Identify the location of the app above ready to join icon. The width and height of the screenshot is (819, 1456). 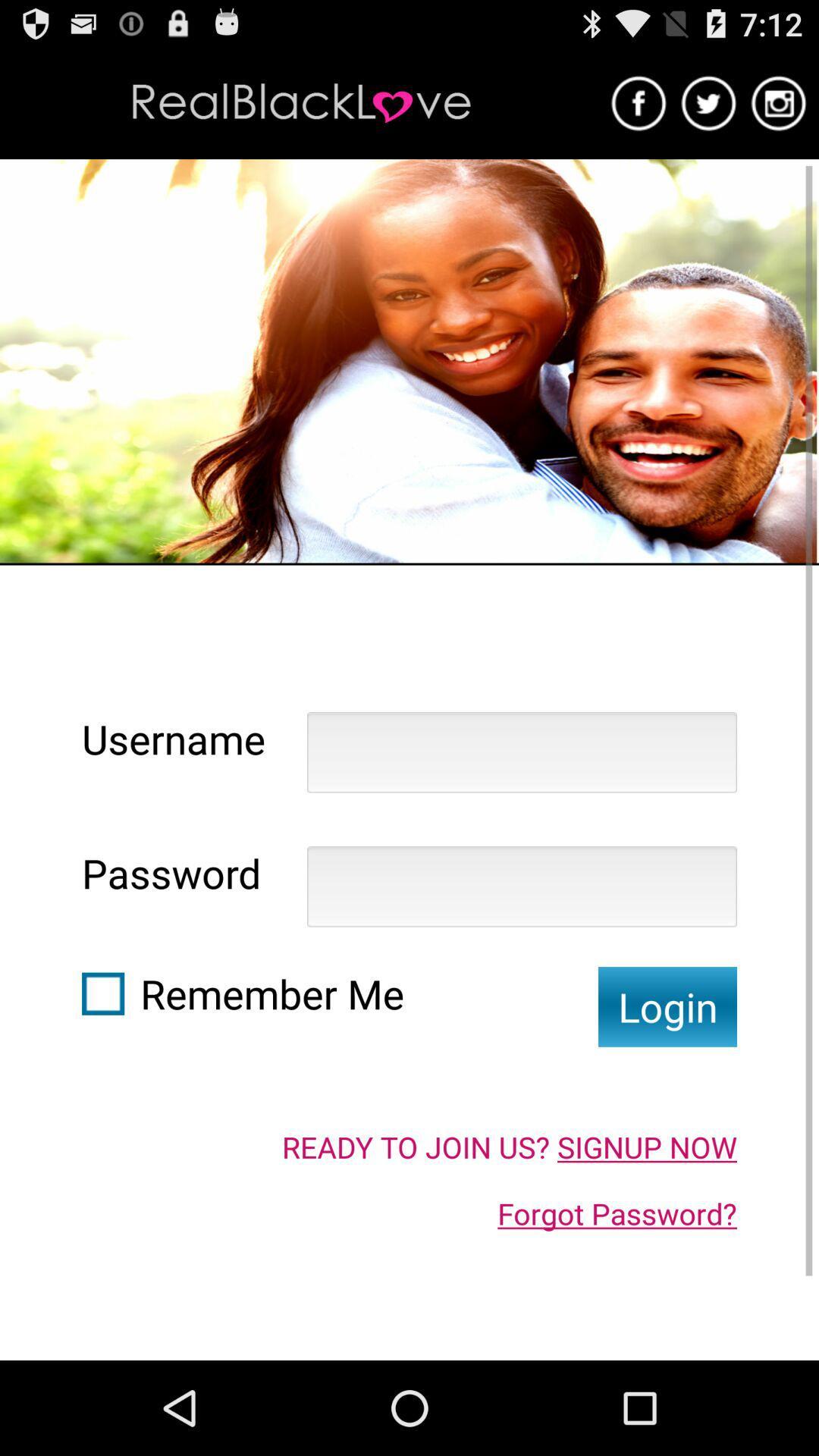
(667, 1006).